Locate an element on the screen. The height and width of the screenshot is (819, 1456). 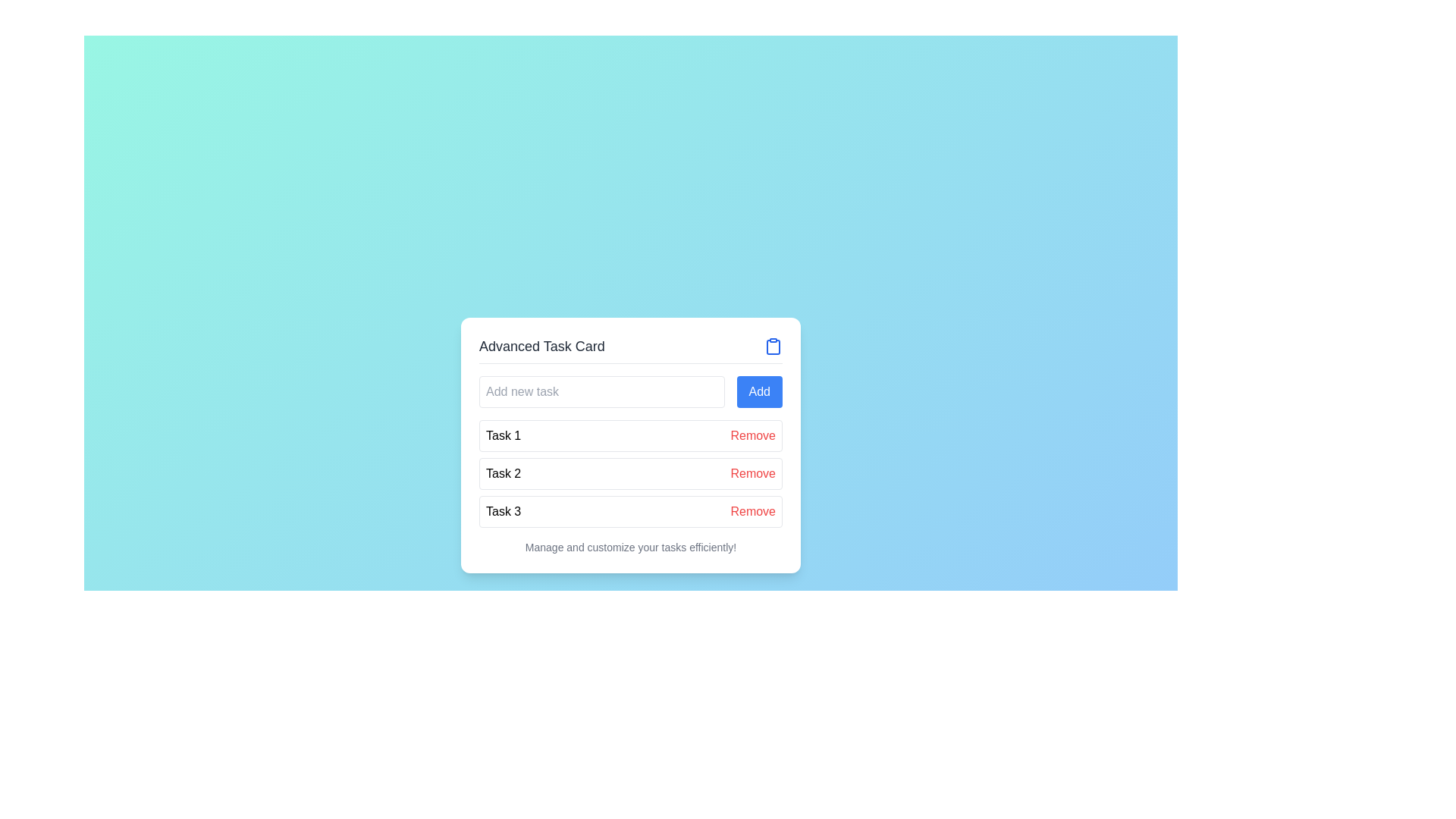
the blue-colored clipboard icon located at the top-right corner of the 'Advanced Task Card' header is located at coordinates (773, 346).